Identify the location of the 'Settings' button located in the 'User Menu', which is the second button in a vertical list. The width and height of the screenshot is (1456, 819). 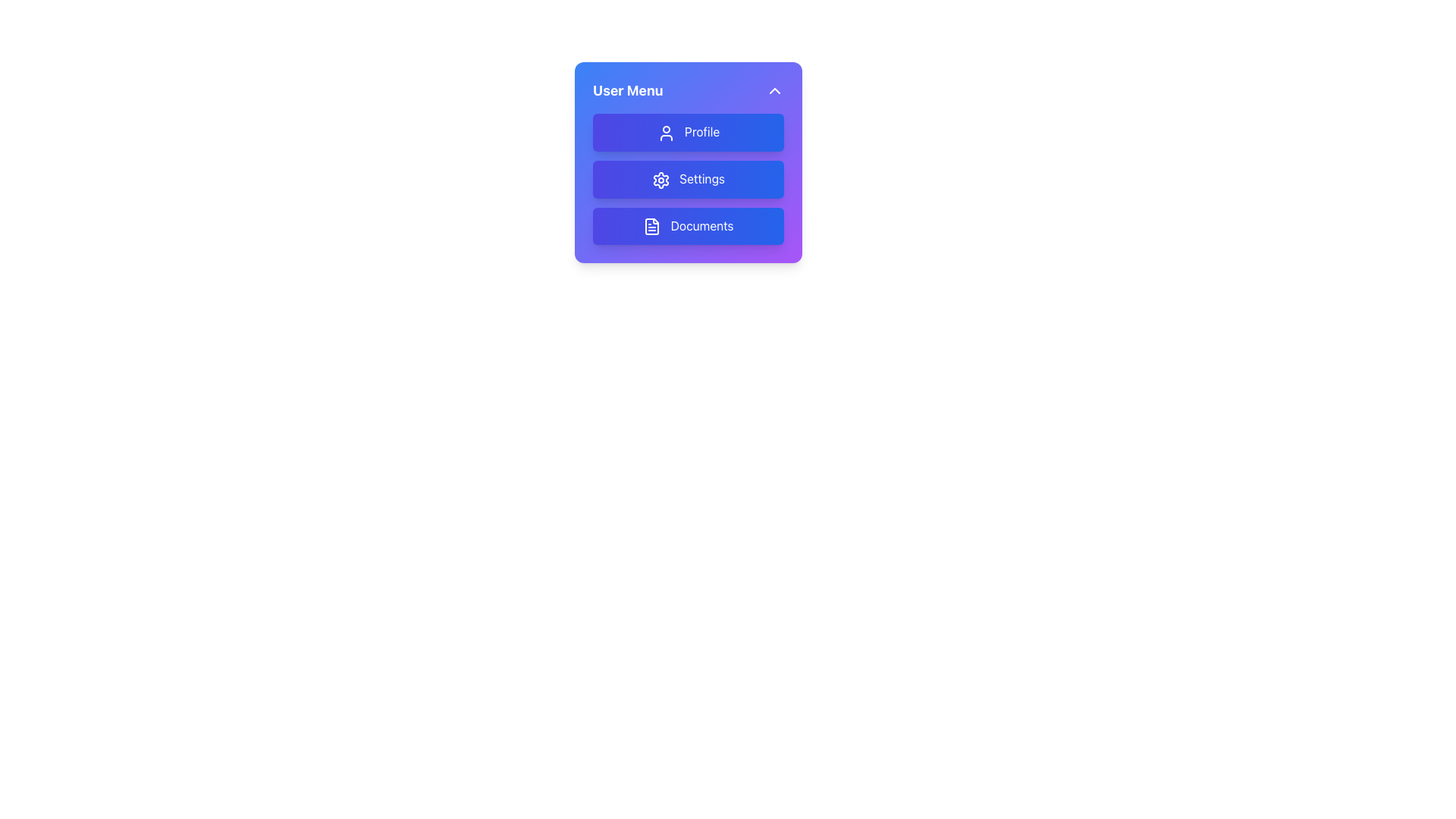
(687, 177).